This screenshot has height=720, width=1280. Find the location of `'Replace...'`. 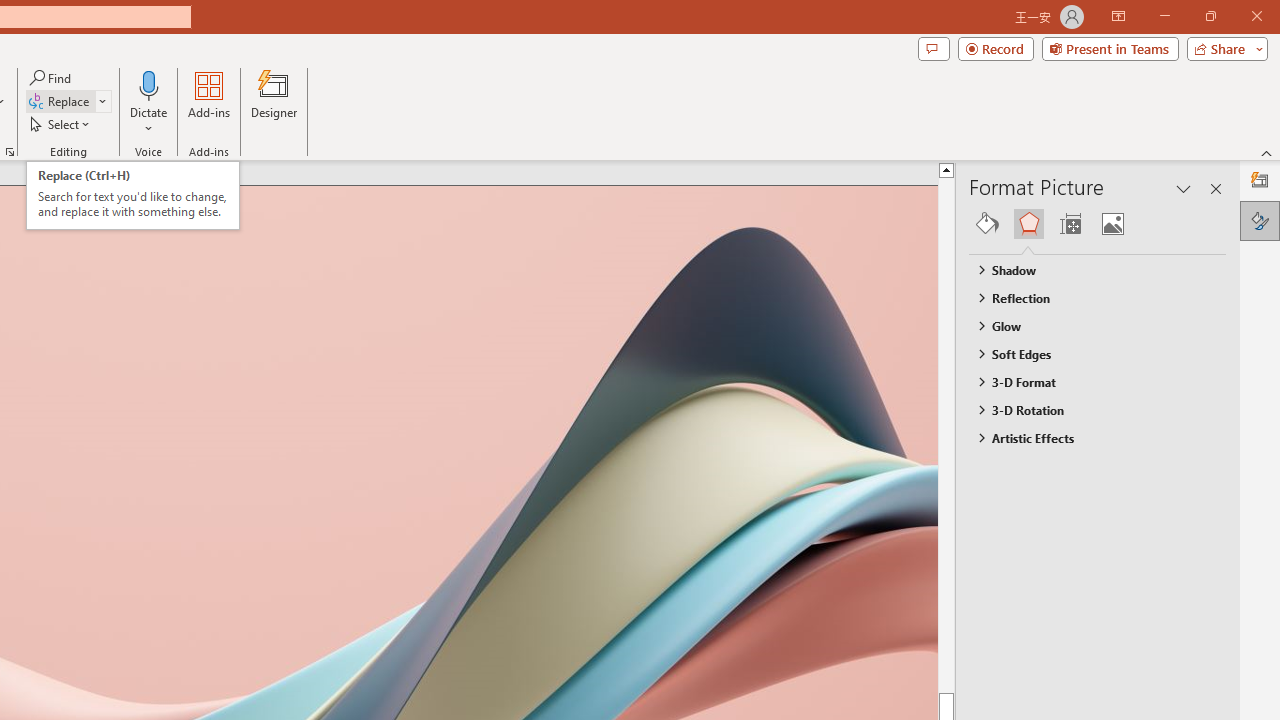

'Replace...' is located at coordinates (60, 101).